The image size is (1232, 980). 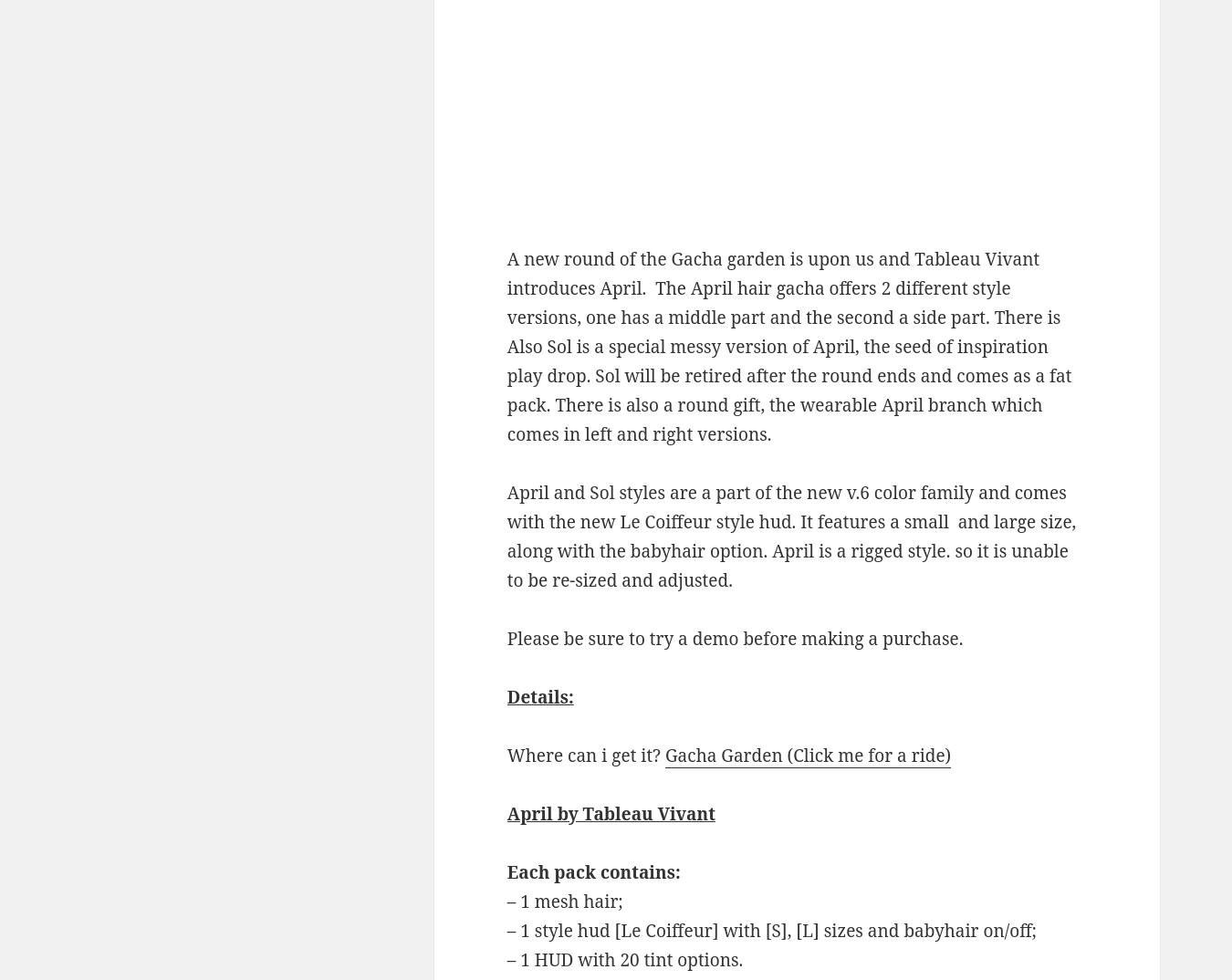 I want to click on 'April by Tableau Vivant', so click(x=611, y=811).